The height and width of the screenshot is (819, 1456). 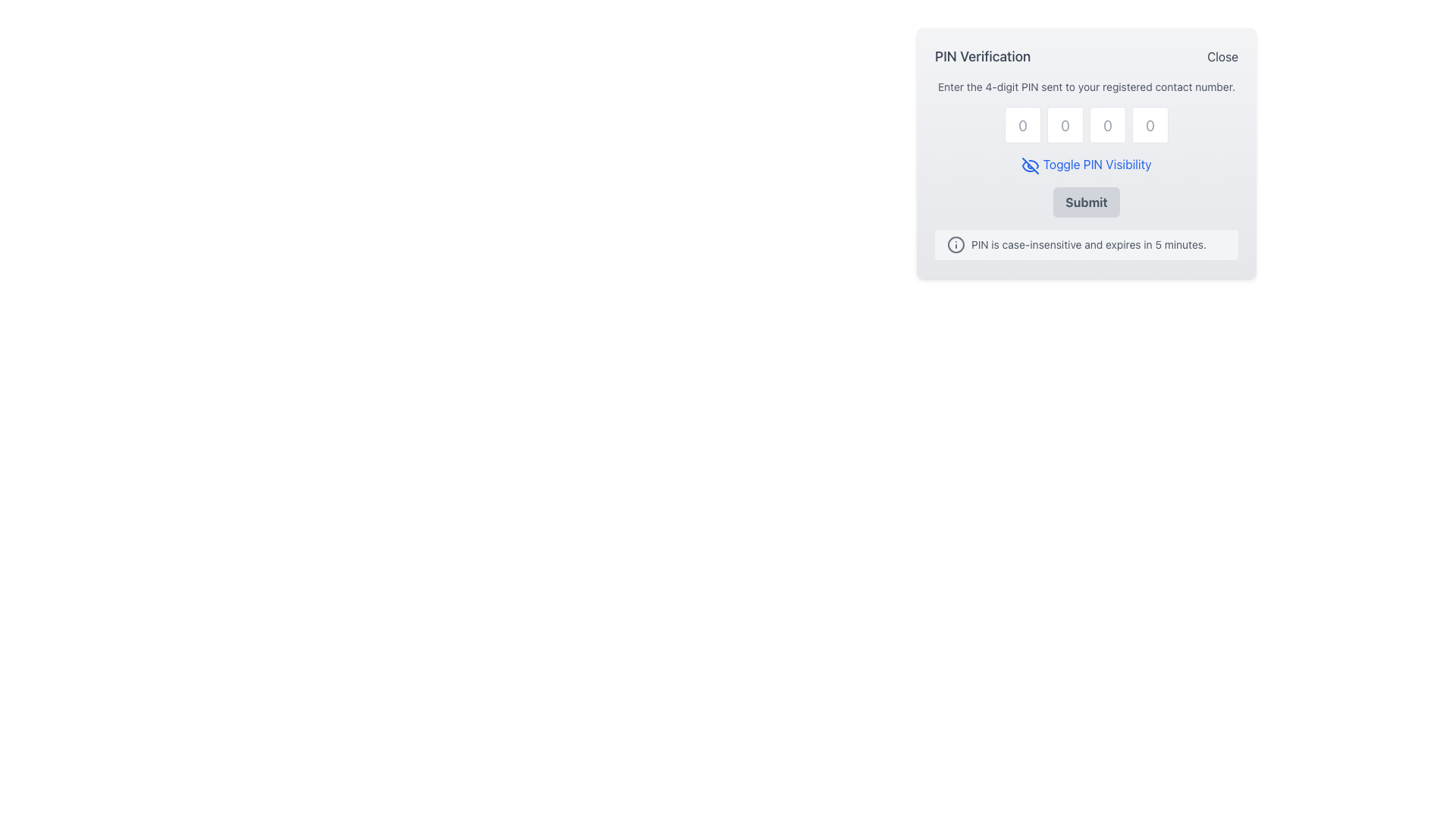 What do you see at coordinates (1150, 124) in the screenshot?
I see `the fourth text input field for the PIN code in the 'PIN Verification' modal to focus on it` at bounding box center [1150, 124].